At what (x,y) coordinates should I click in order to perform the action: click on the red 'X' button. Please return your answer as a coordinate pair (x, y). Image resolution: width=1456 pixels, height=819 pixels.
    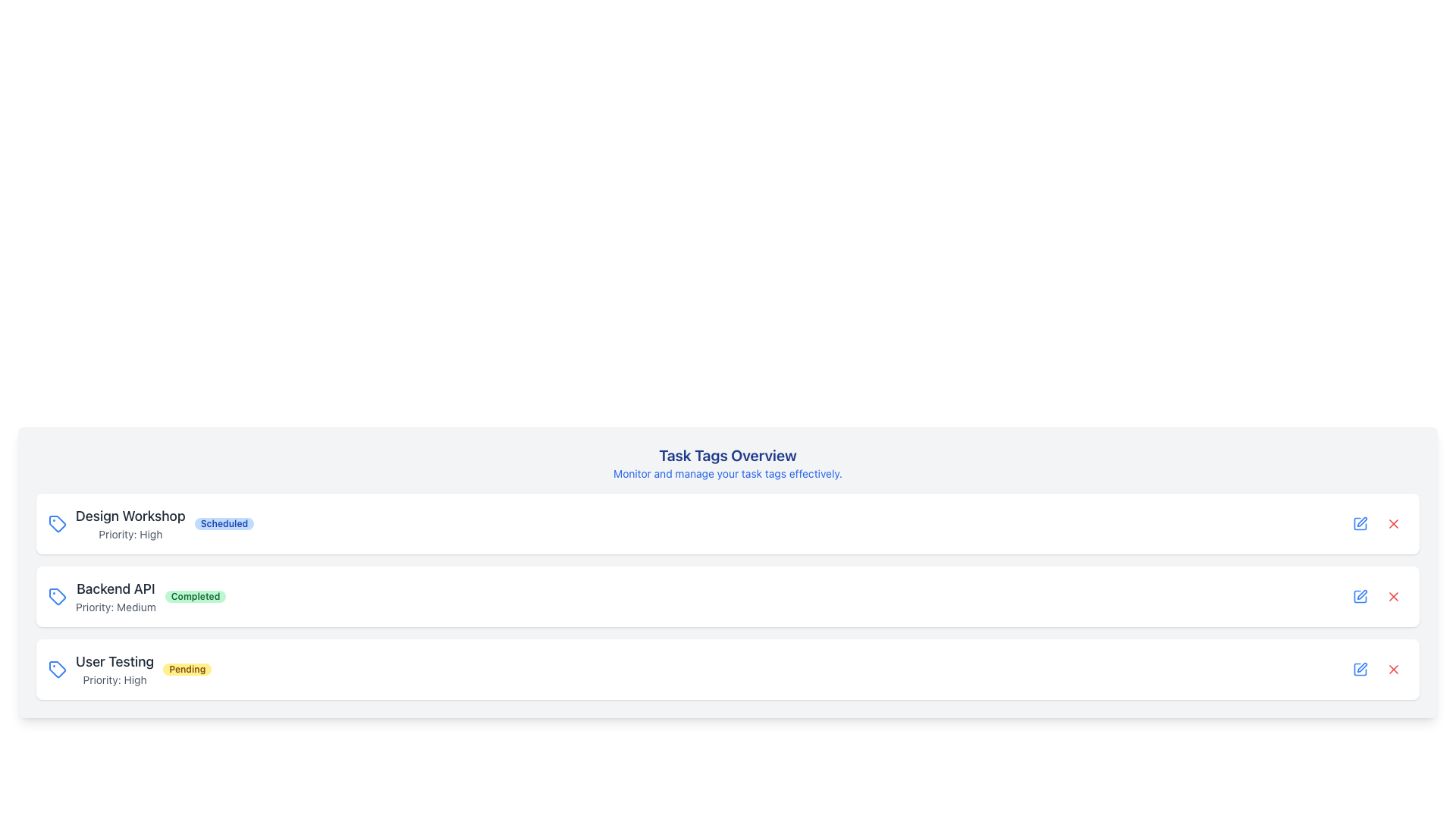
    Looking at the image, I should click on (1394, 522).